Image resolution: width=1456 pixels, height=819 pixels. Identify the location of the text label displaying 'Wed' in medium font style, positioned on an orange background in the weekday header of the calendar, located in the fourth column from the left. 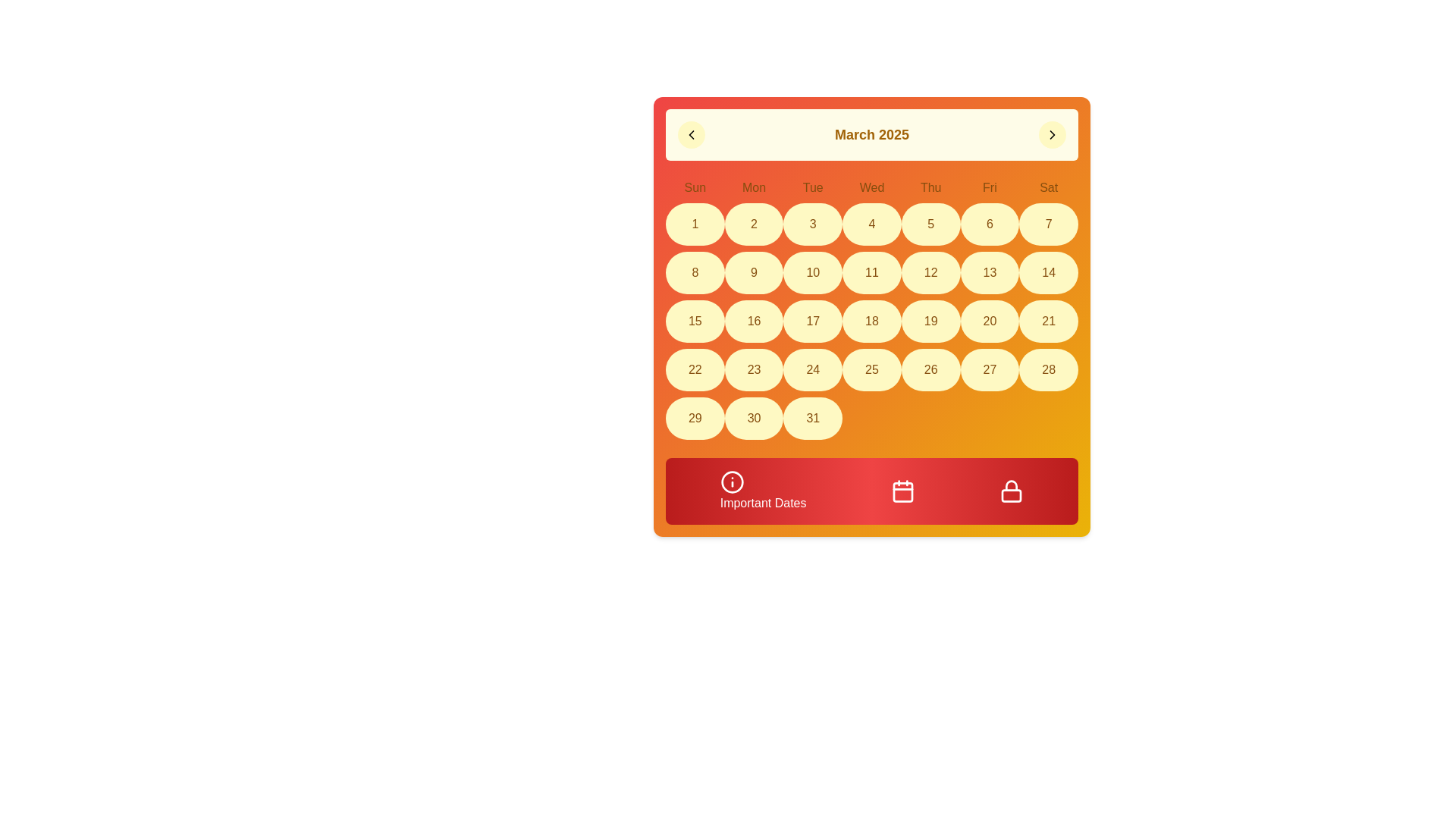
(872, 187).